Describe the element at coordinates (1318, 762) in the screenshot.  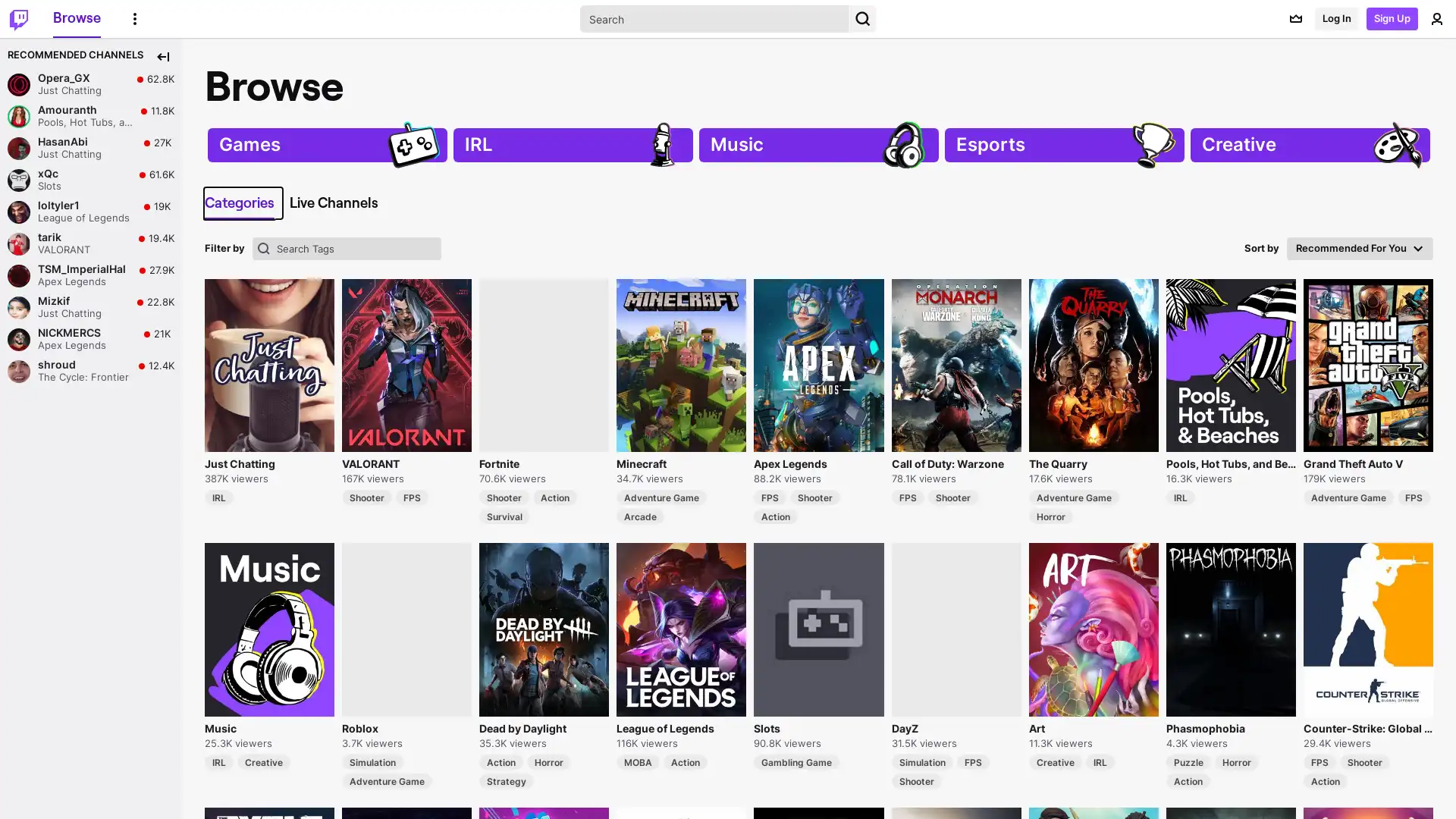
I see `FPS` at that location.